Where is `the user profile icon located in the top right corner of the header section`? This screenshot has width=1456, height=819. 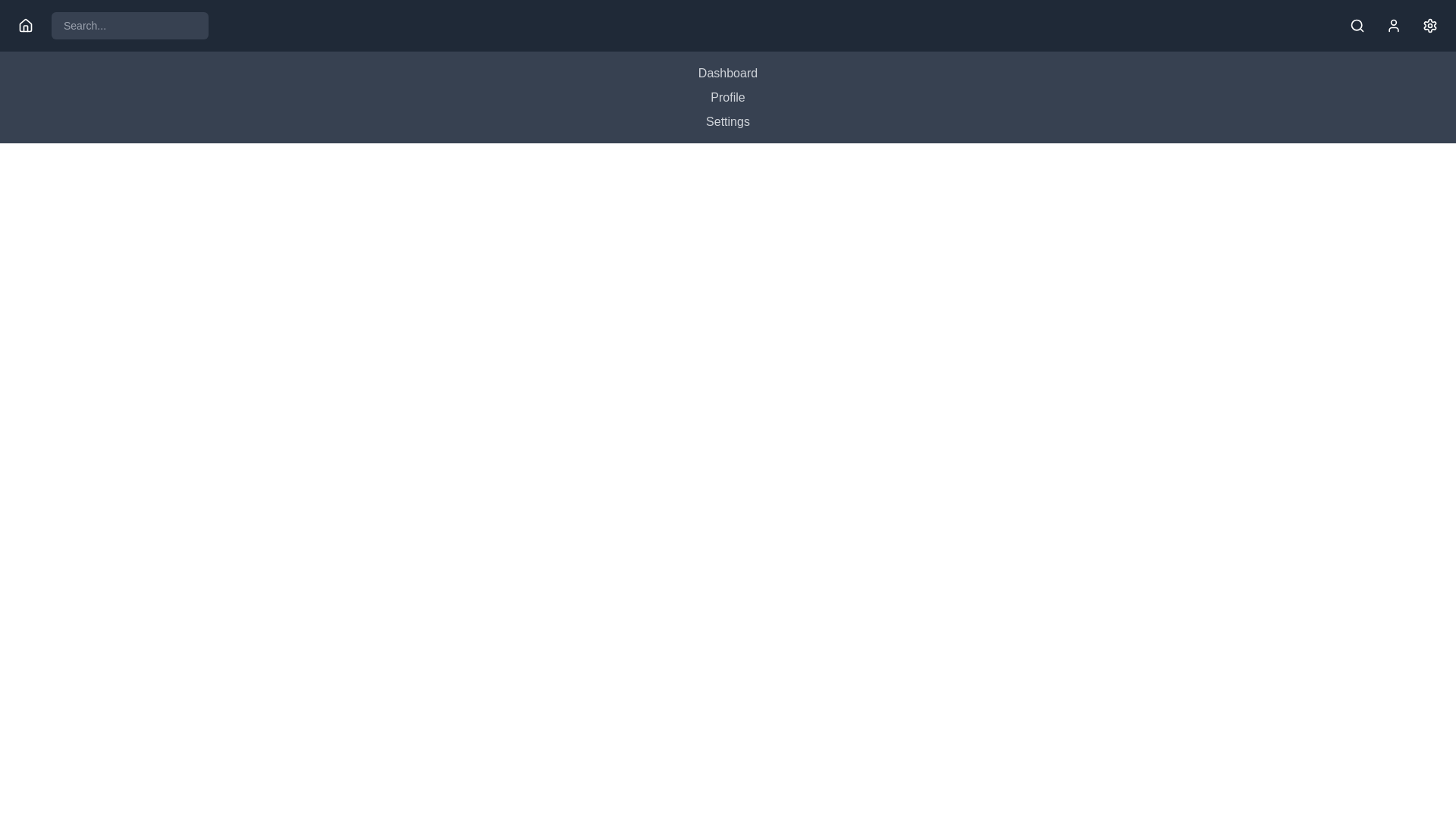
the user profile icon located in the top right corner of the header section is located at coordinates (1394, 26).